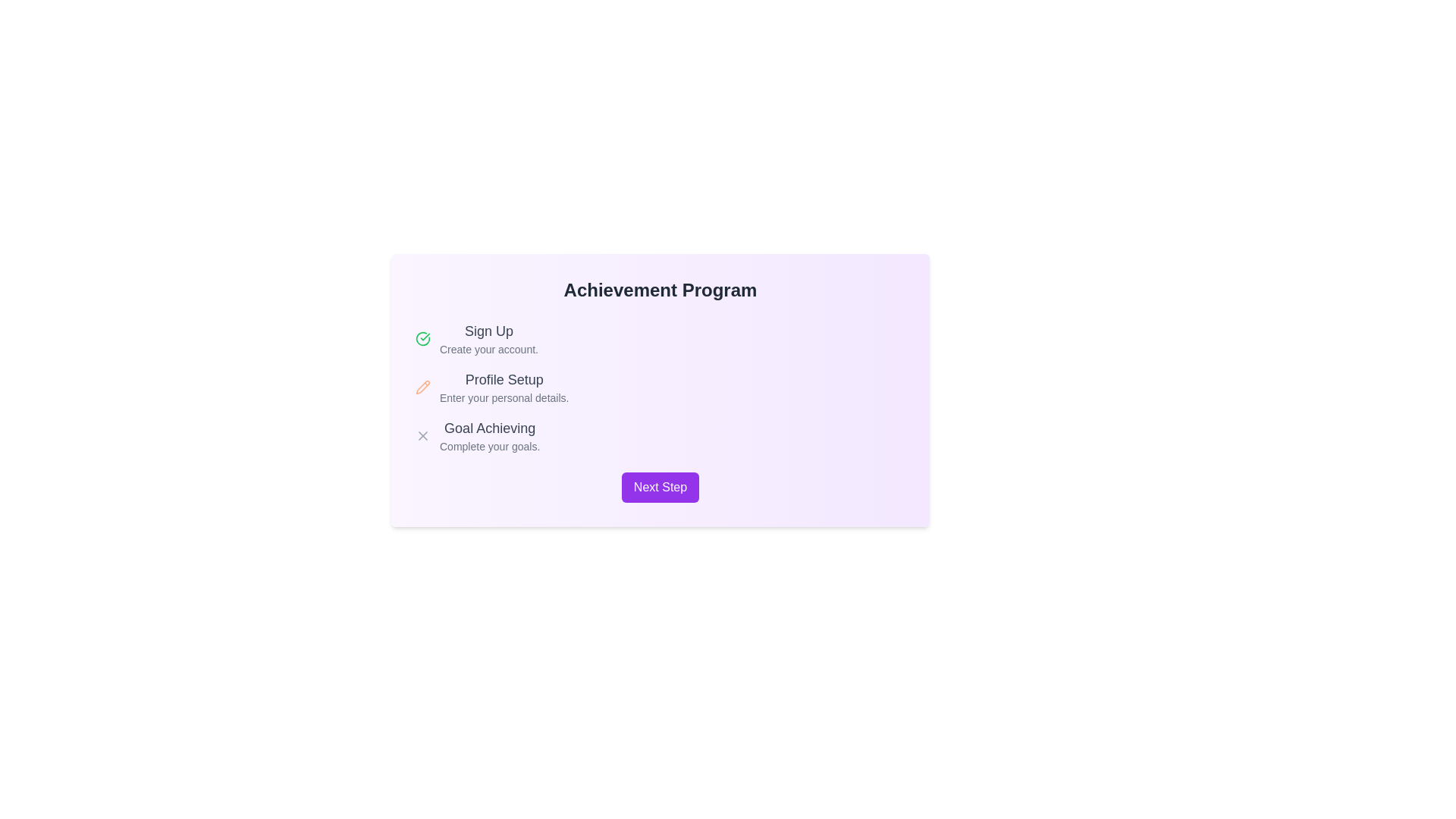 This screenshot has height=819, width=1456. I want to click on the helper text displaying 'Enter your personal details.' which is located below the bold 'Profile Setup' text in the Profile Setup section, so click(504, 397).